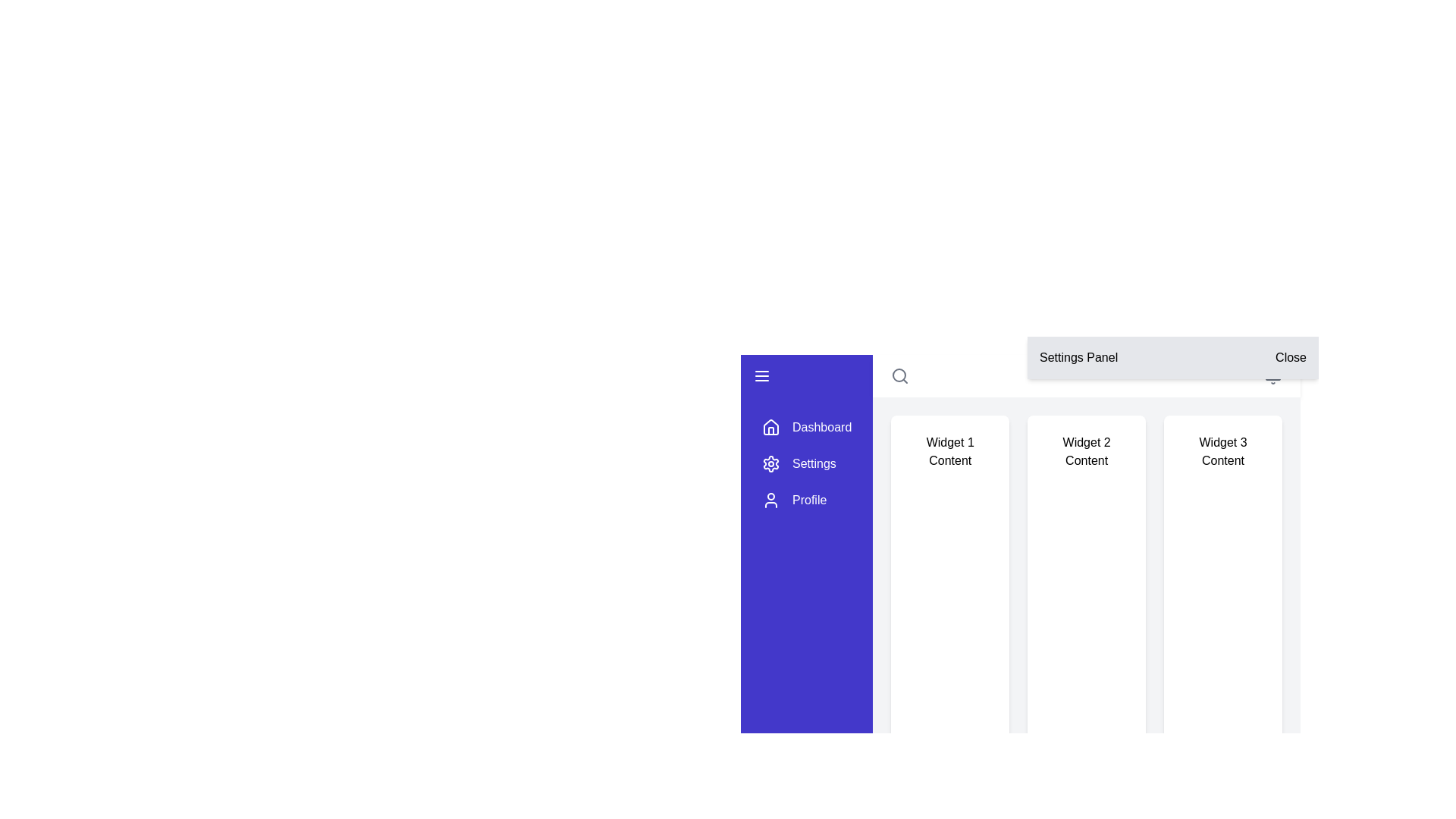 The width and height of the screenshot is (1456, 819). Describe the element at coordinates (1273, 375) in the screenshot. I see `the notification center icon/button located near the top of the interface, second from the right` at that location.